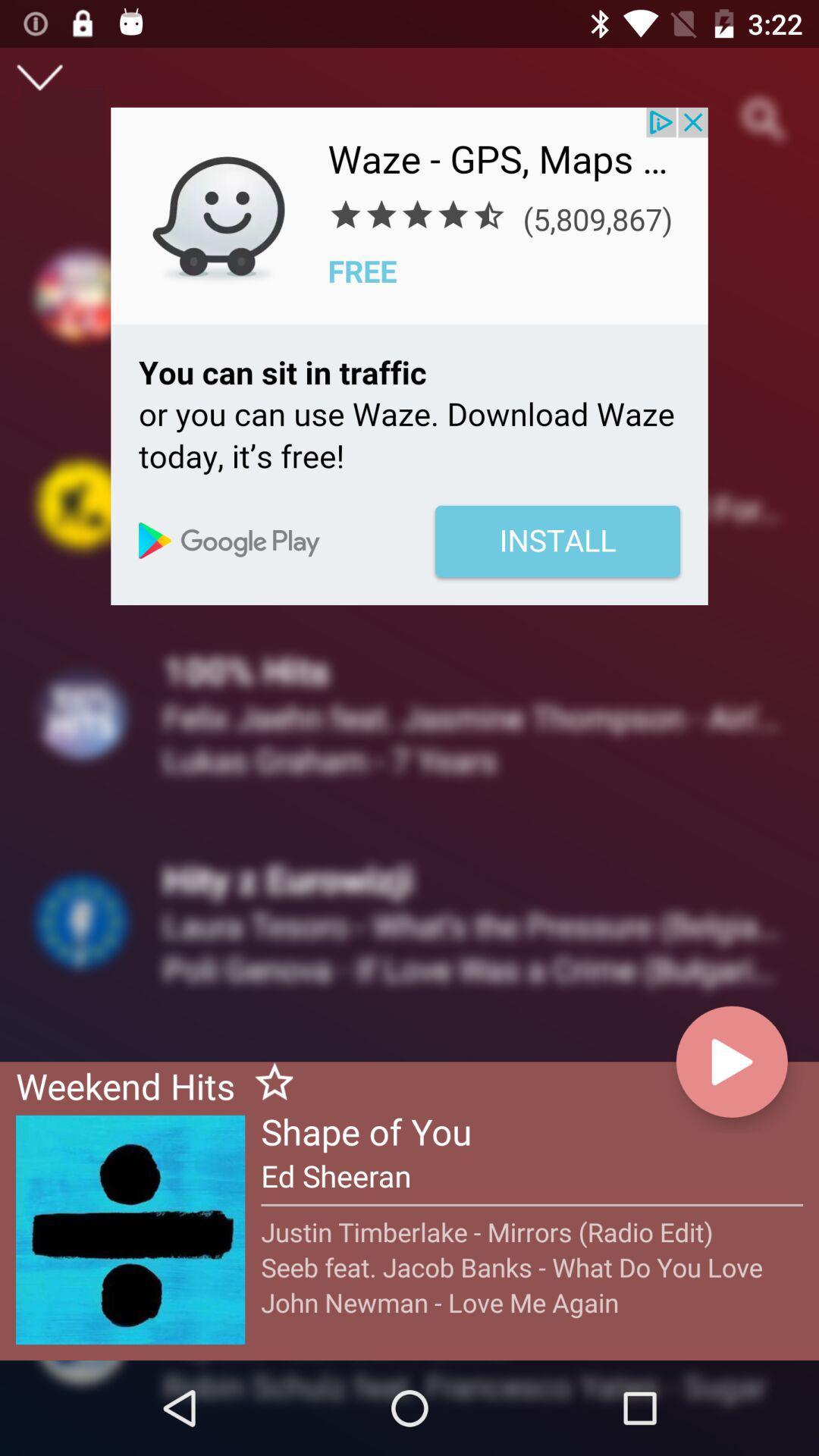 The image size is (819, 1456). What do you see at coordinates (409, 355) in the screenshot?
I see `click on add` at bounding box center [409, 355].